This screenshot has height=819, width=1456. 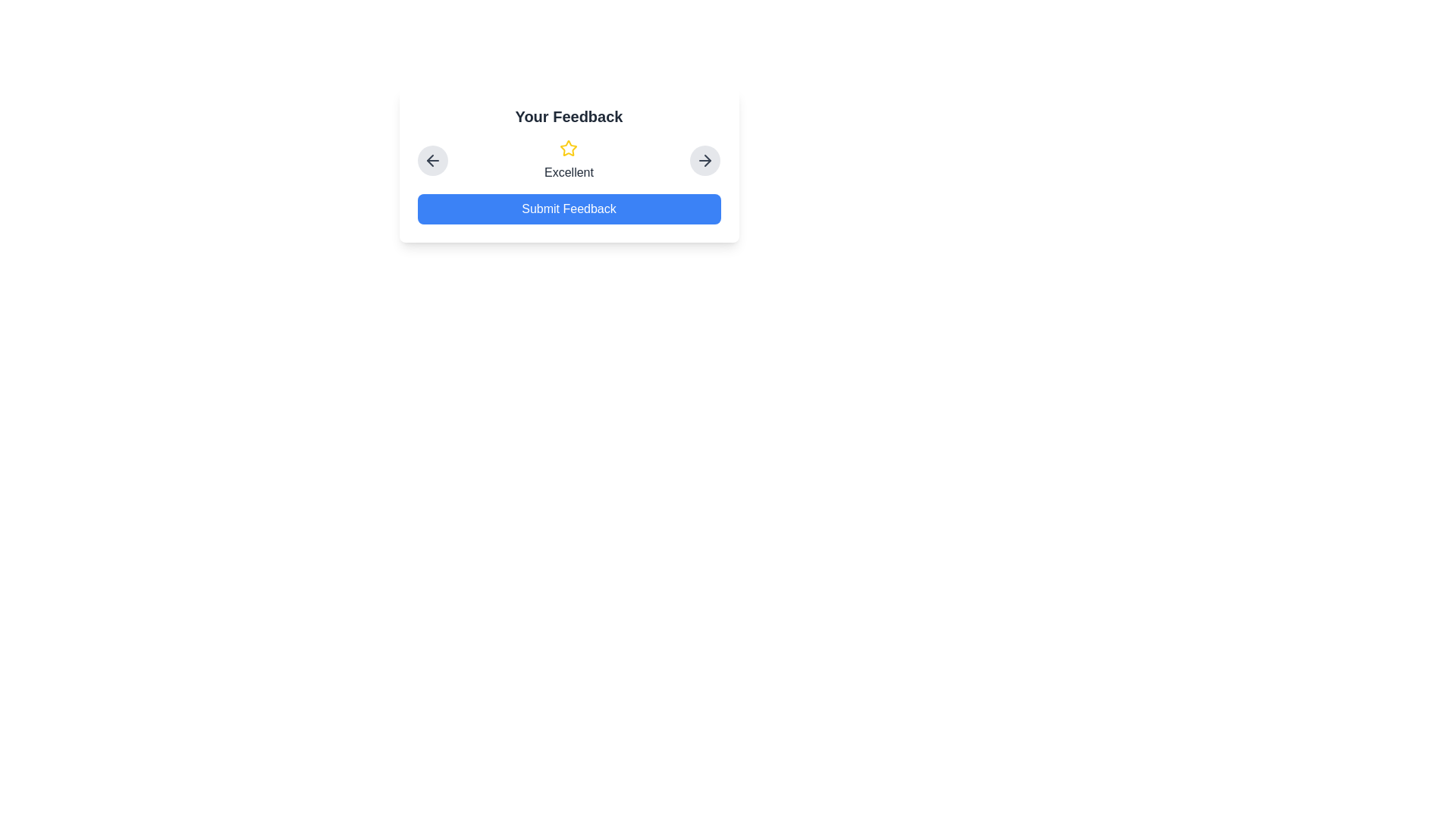 What do you see at coordinates (704, 161) in the screenshot?
I see `the forward progression button located on the right side of the feedback component interface to change its background color` at bounding box center [704, 161].